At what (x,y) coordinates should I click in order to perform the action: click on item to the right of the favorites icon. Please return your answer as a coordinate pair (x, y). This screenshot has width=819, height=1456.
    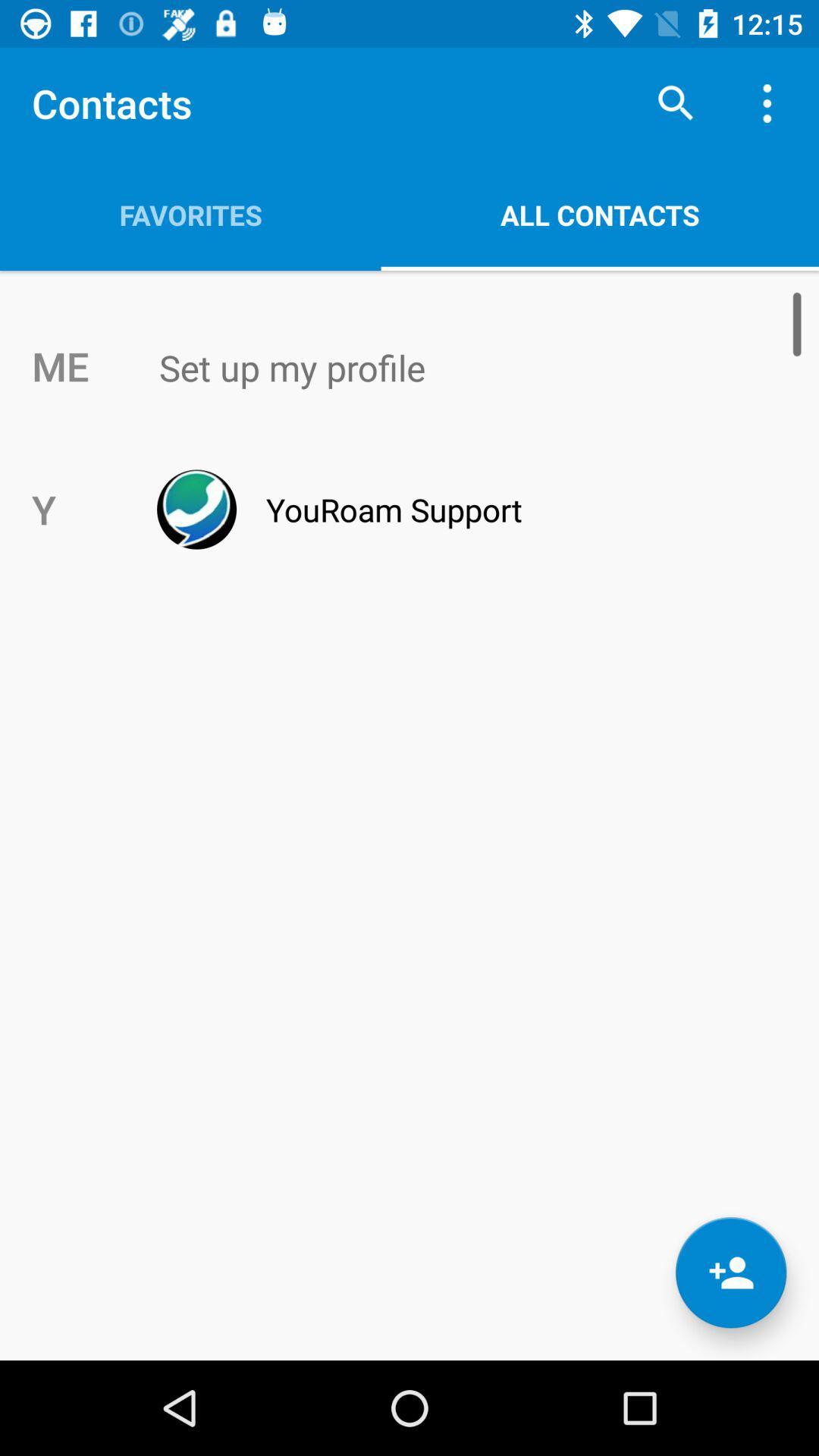
    Looking at the image, I should click on (599, 214).